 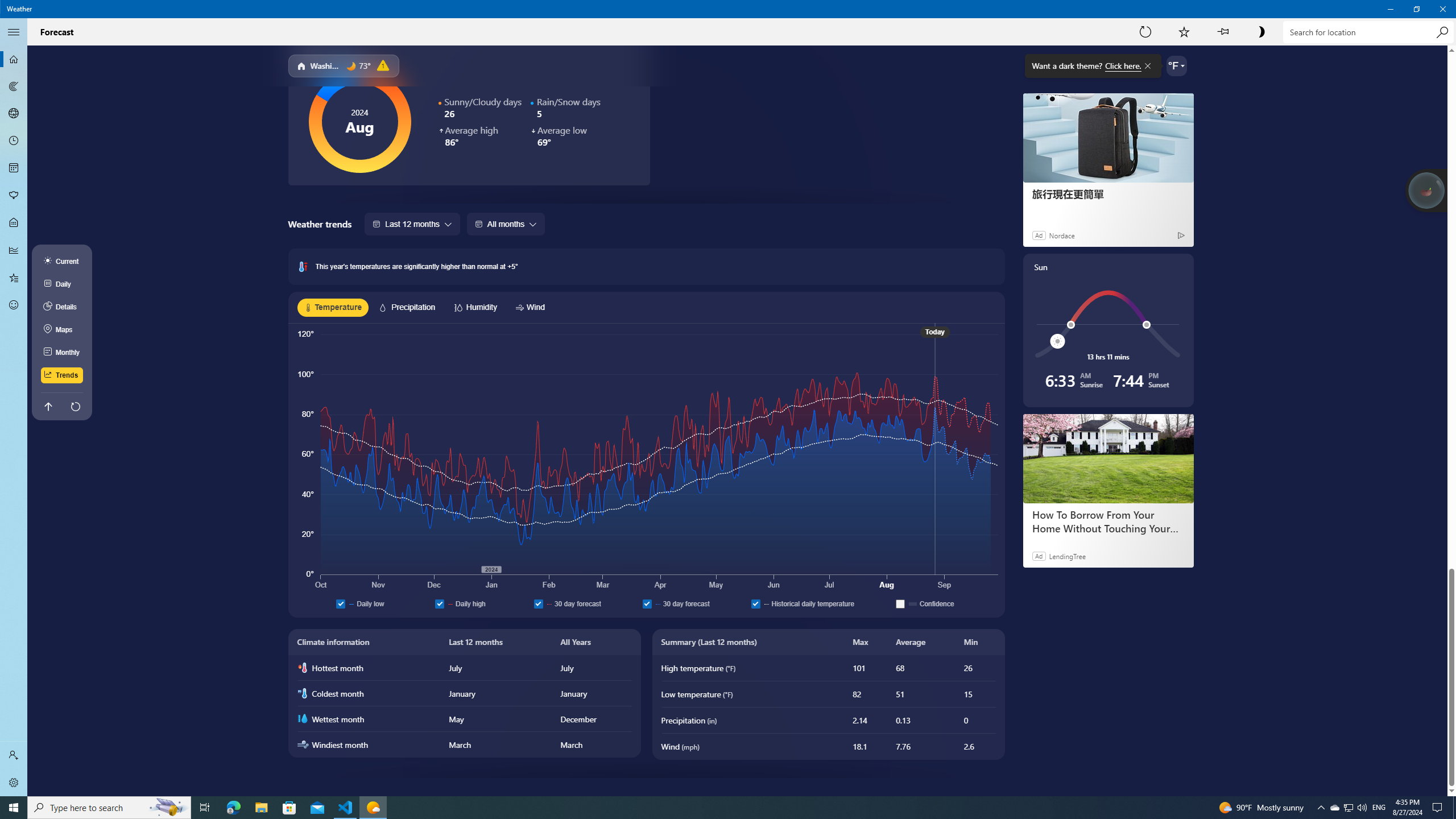 What do you see at coordinates (1321, 806) in the screenshot?
I see `'Notification Chevron'` at bounding box center [1321, 806].